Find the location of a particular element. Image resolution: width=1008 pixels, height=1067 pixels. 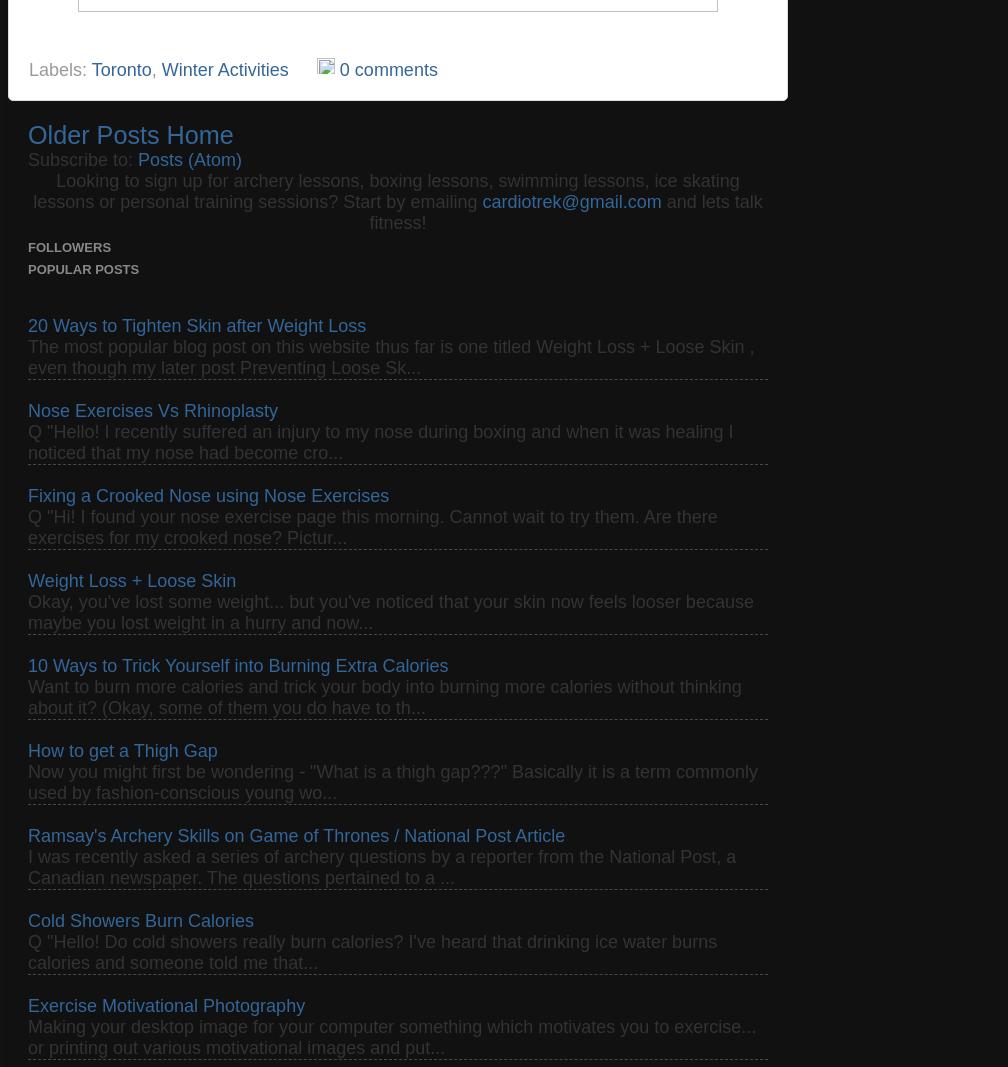

'Ramsay's Archery Skills on Game of Thrones / National Post Article' is located at coordinates (296, 834).